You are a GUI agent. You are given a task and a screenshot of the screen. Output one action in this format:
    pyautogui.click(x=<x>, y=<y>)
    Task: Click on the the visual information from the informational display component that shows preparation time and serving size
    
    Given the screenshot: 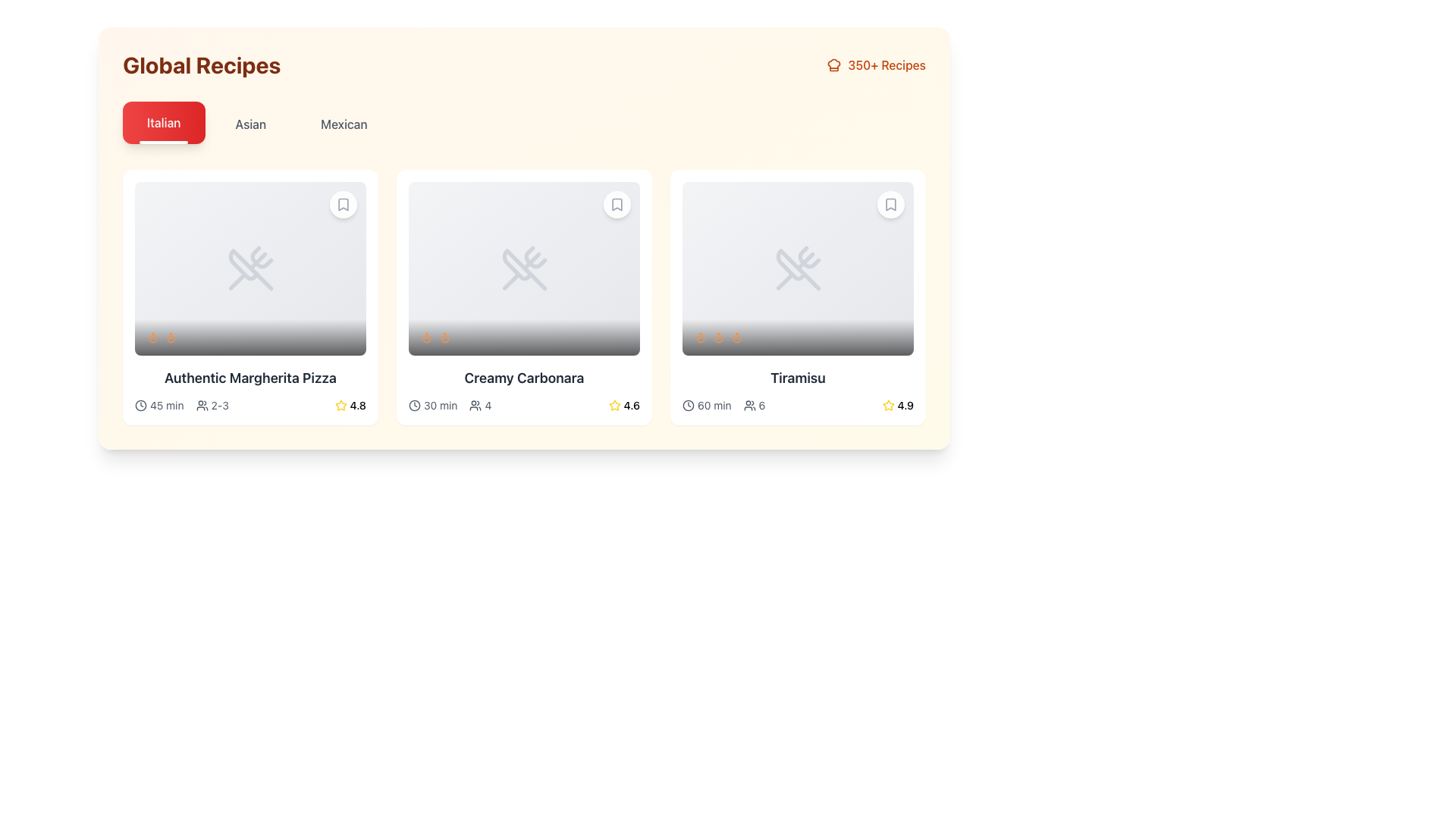 What is the action you would take?
    pyautogui.click(x=449, y=404)
    